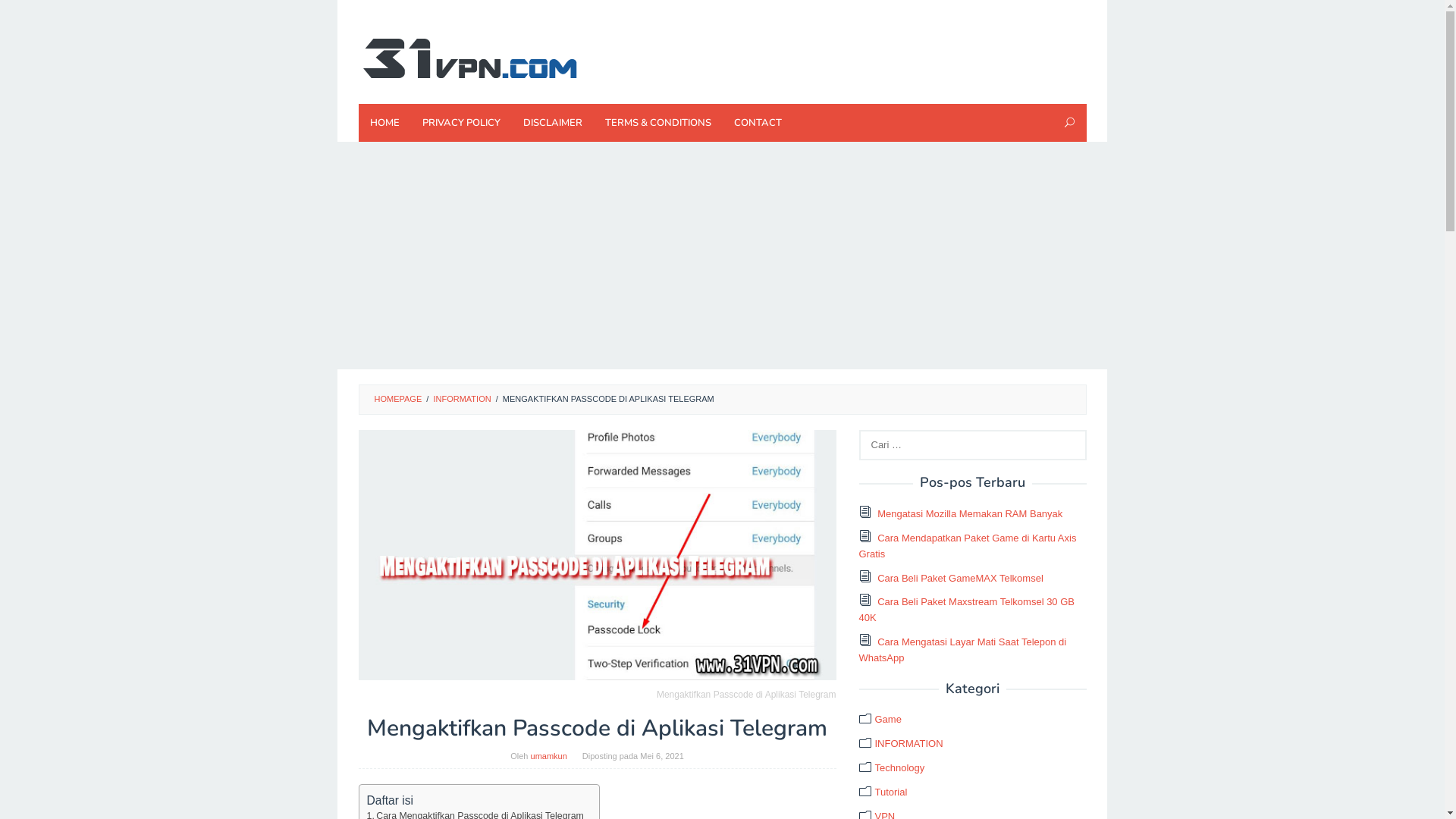 This screenshot has height=819, width=1456. What do you see at coordinates (965, 608) in the screenshot?
I see `'Cara Beli Paket Maxstream Telkomsel 30 GB 40K'` at bounding box center [965, 608].